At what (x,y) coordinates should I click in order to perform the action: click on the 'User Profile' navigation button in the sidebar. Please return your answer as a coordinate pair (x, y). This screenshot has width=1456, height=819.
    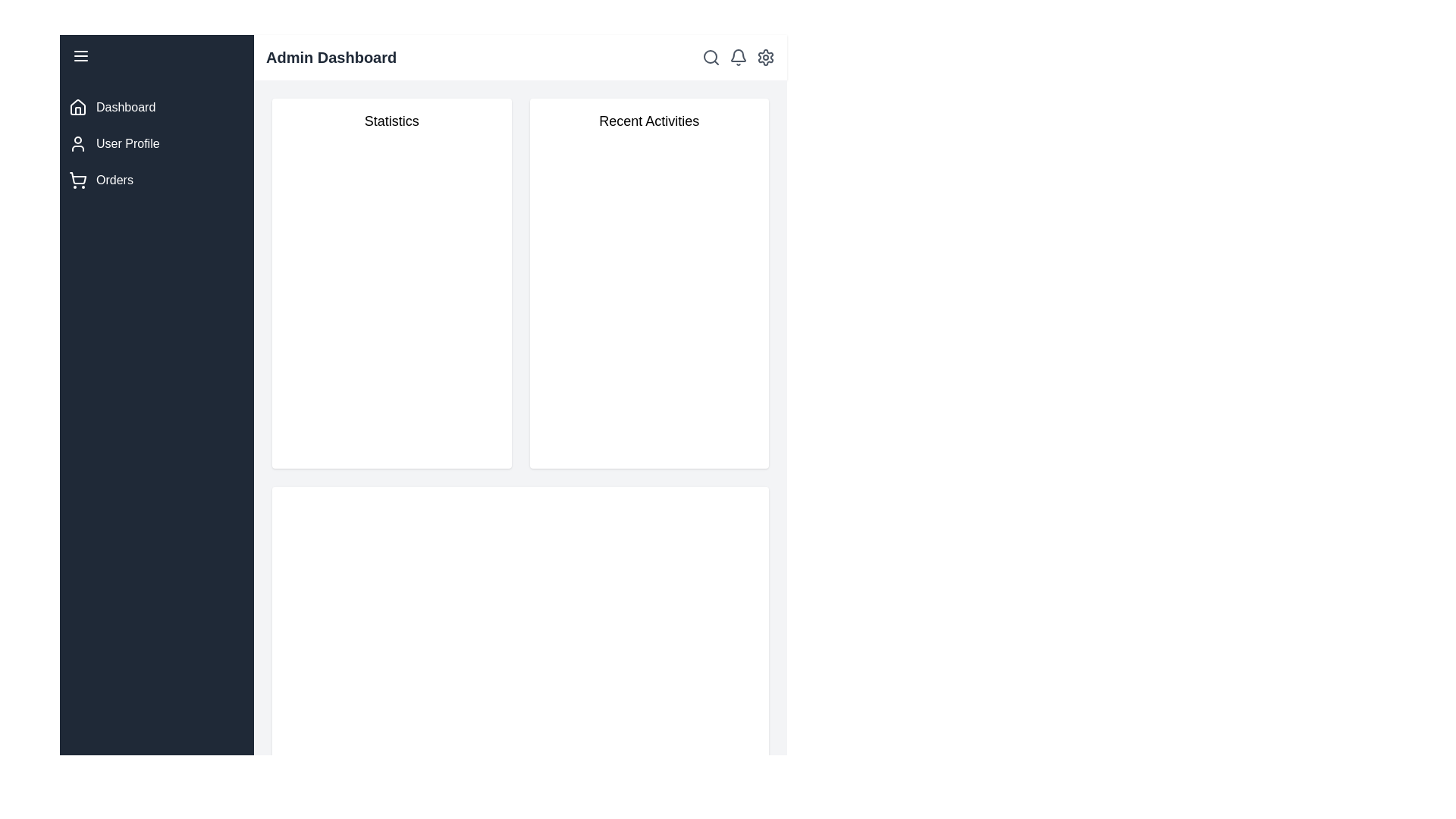
    Looking at the image, I should click on (156, 143).